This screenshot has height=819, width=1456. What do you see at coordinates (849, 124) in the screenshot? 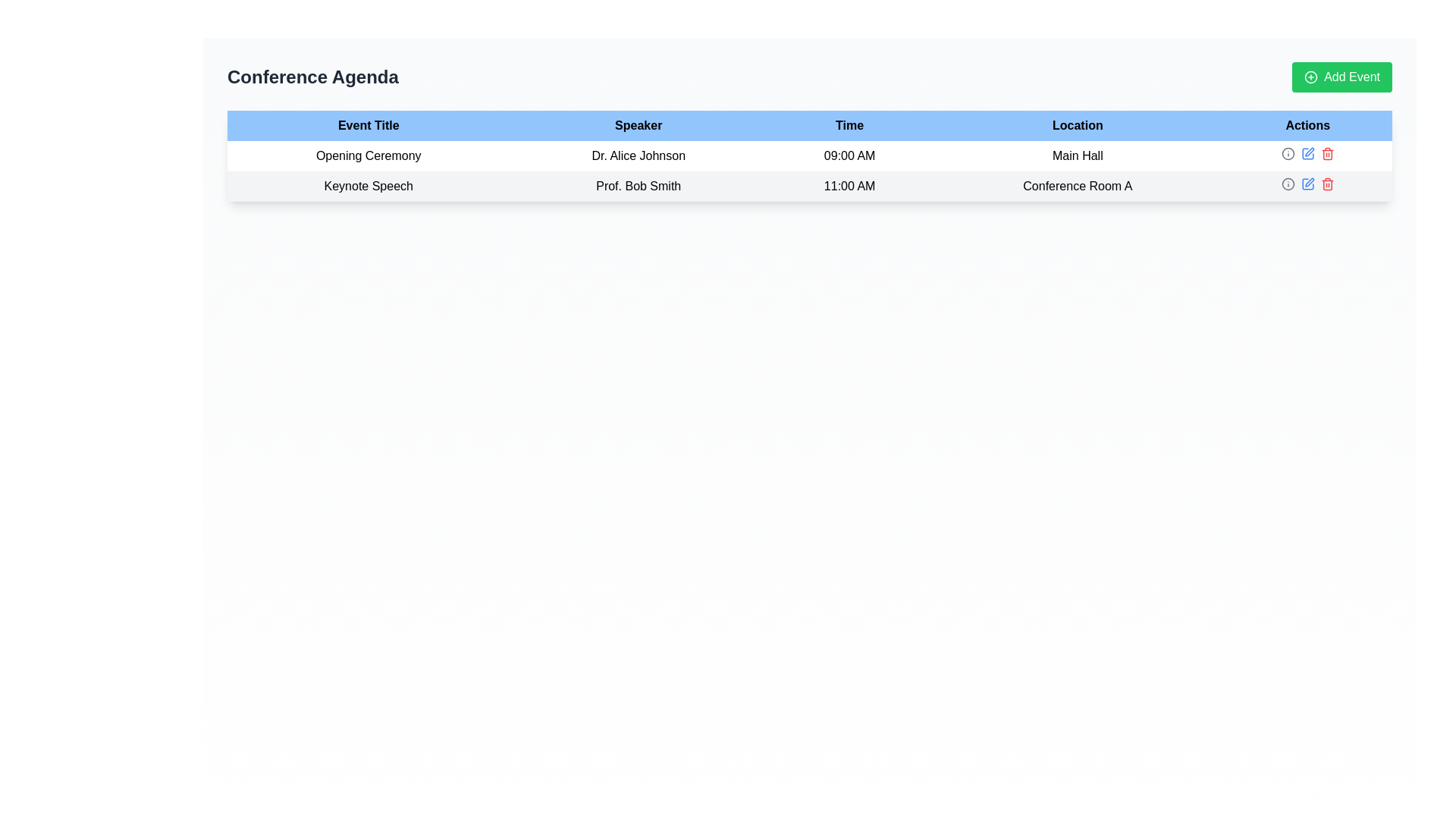
I see `the third column header text label indicating time-specific information in the table, positioned between the 'Speaker' and 'Location' headers` at bounding box center [849, 124].